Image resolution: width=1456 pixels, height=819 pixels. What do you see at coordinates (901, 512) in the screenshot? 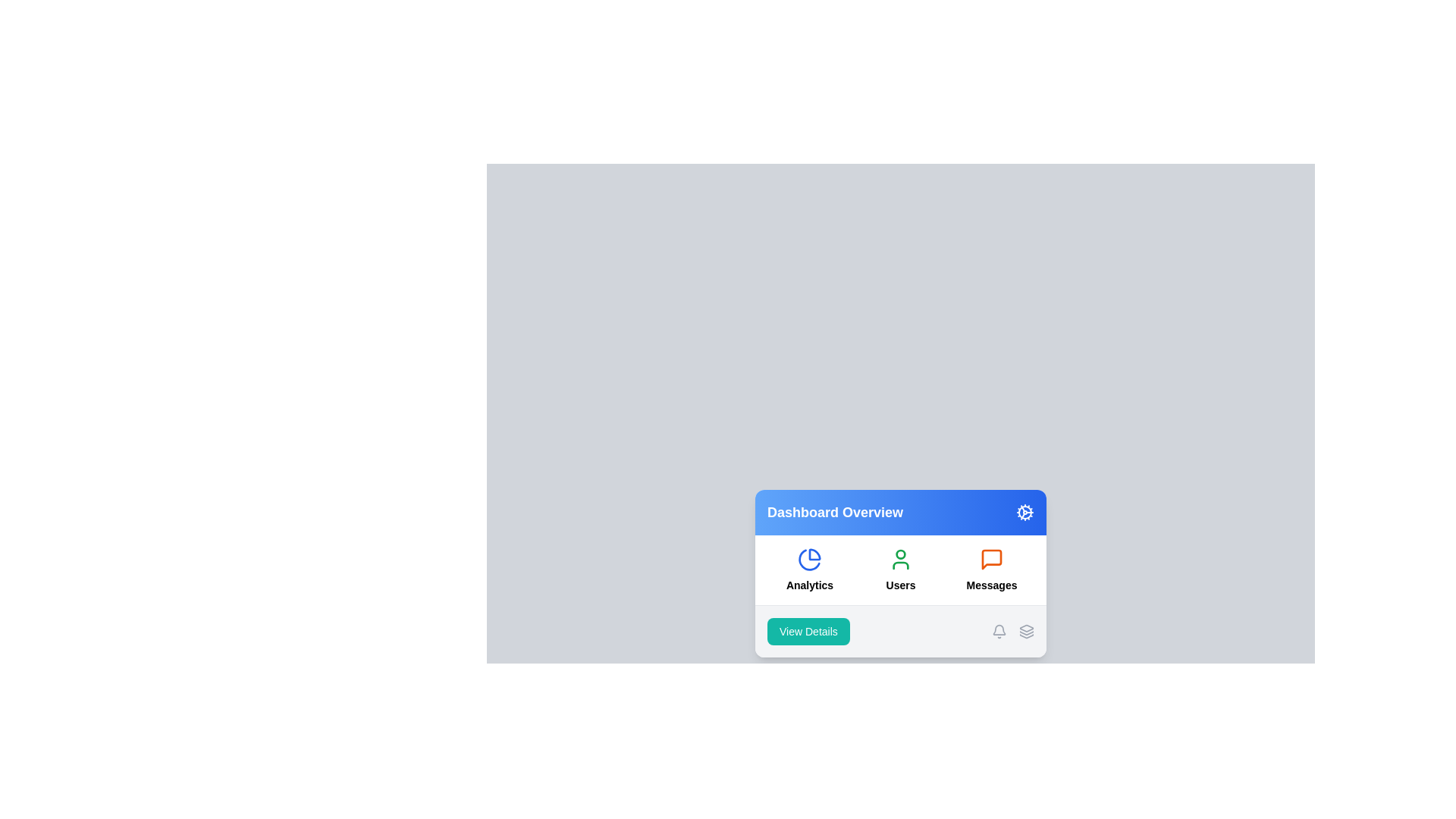
I see `the 'Dashboard Overview' text label with a gear icon located in the header of the card-like section at the top of the user interface` at bounding box center [901, 512].